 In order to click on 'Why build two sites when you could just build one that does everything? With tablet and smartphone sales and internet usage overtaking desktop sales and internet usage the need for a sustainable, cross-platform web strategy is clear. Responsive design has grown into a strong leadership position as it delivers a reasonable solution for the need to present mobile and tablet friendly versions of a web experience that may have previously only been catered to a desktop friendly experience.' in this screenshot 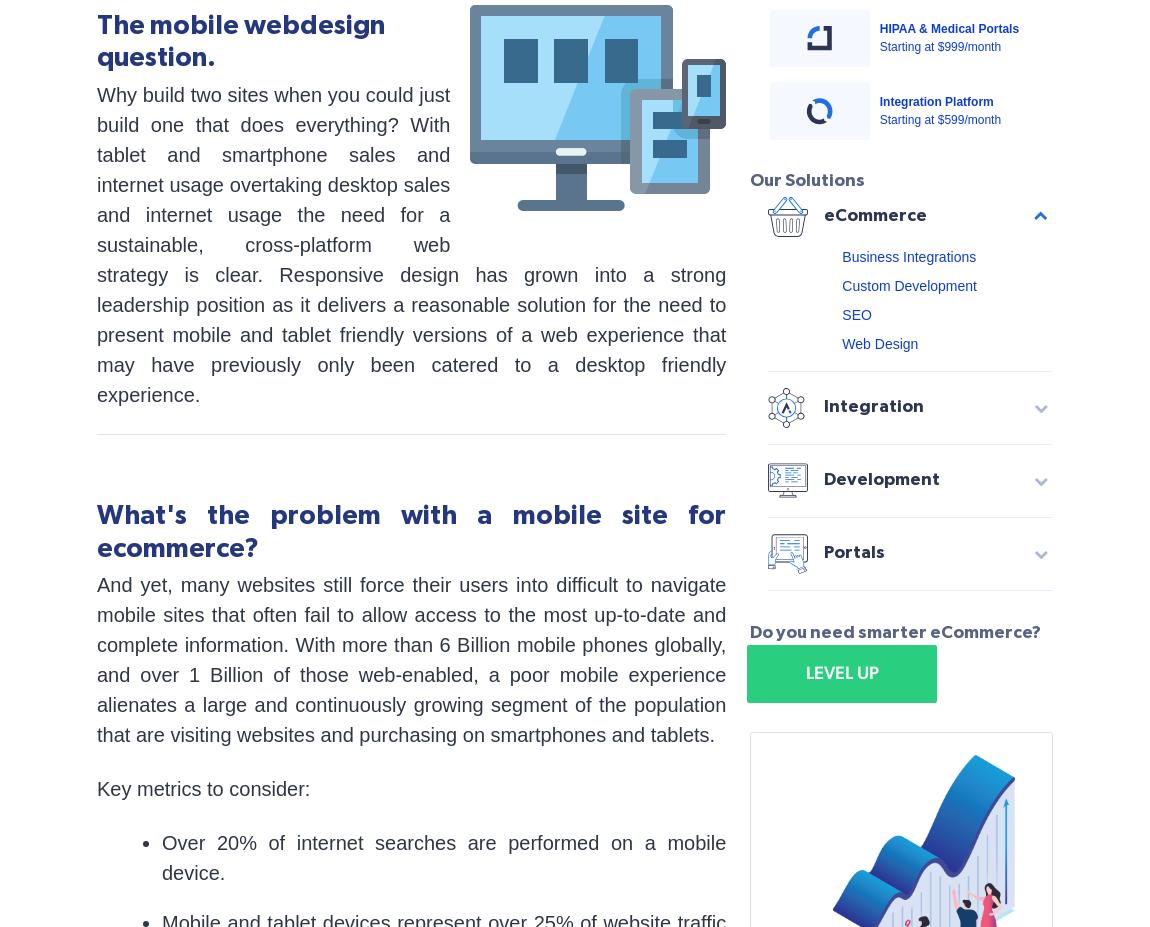, I will do `click(411, 243)`.